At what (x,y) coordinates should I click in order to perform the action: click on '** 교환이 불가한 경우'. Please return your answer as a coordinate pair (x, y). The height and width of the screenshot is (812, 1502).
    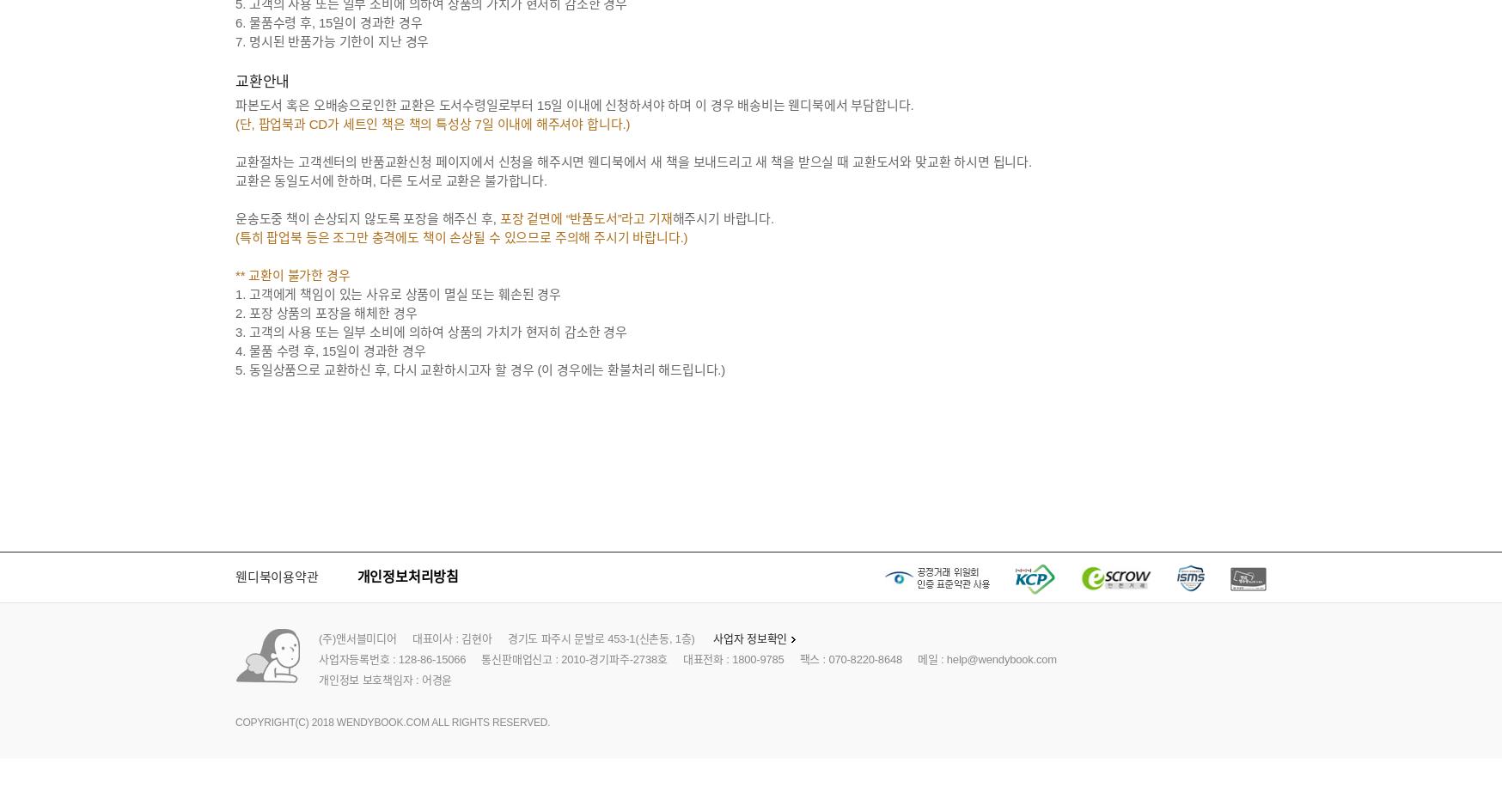
    Looking at the image, I should click on (291, 275).